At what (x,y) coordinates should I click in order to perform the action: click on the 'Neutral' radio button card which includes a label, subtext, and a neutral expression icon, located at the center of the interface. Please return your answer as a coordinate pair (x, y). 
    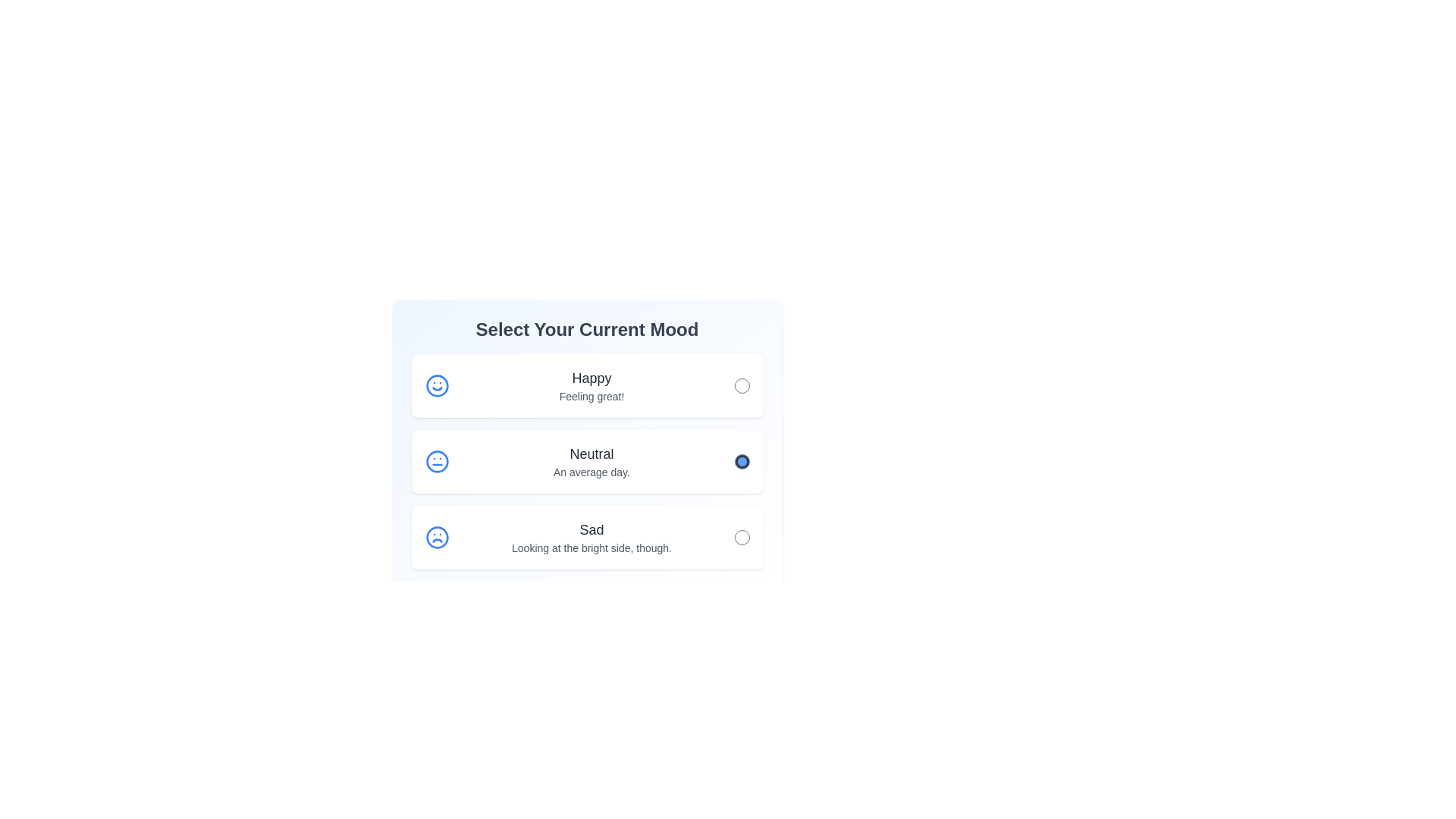
    Looking at the image, I should click on (586, 444).